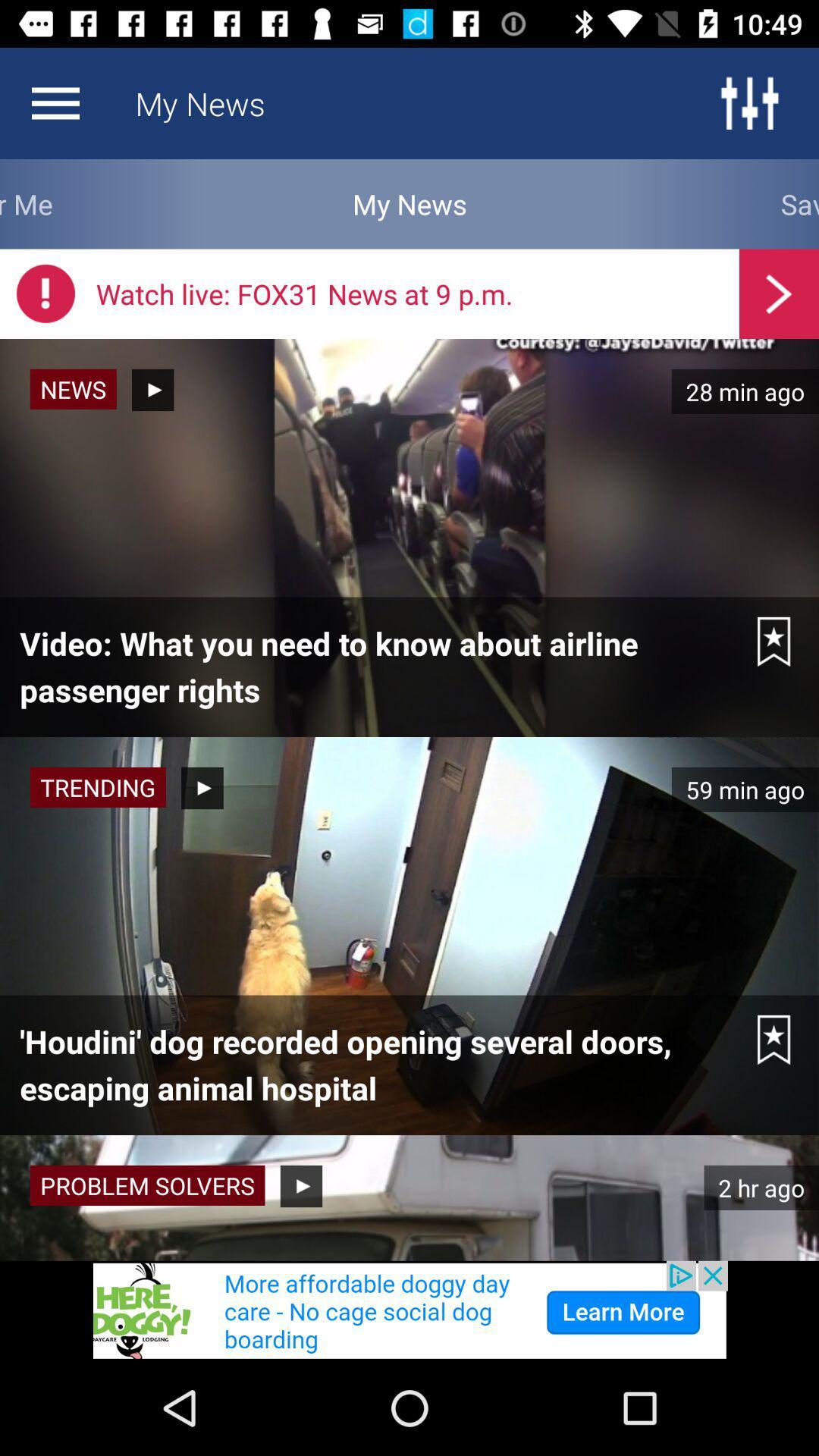  I want to click on brings up menu, so click(55, 102).